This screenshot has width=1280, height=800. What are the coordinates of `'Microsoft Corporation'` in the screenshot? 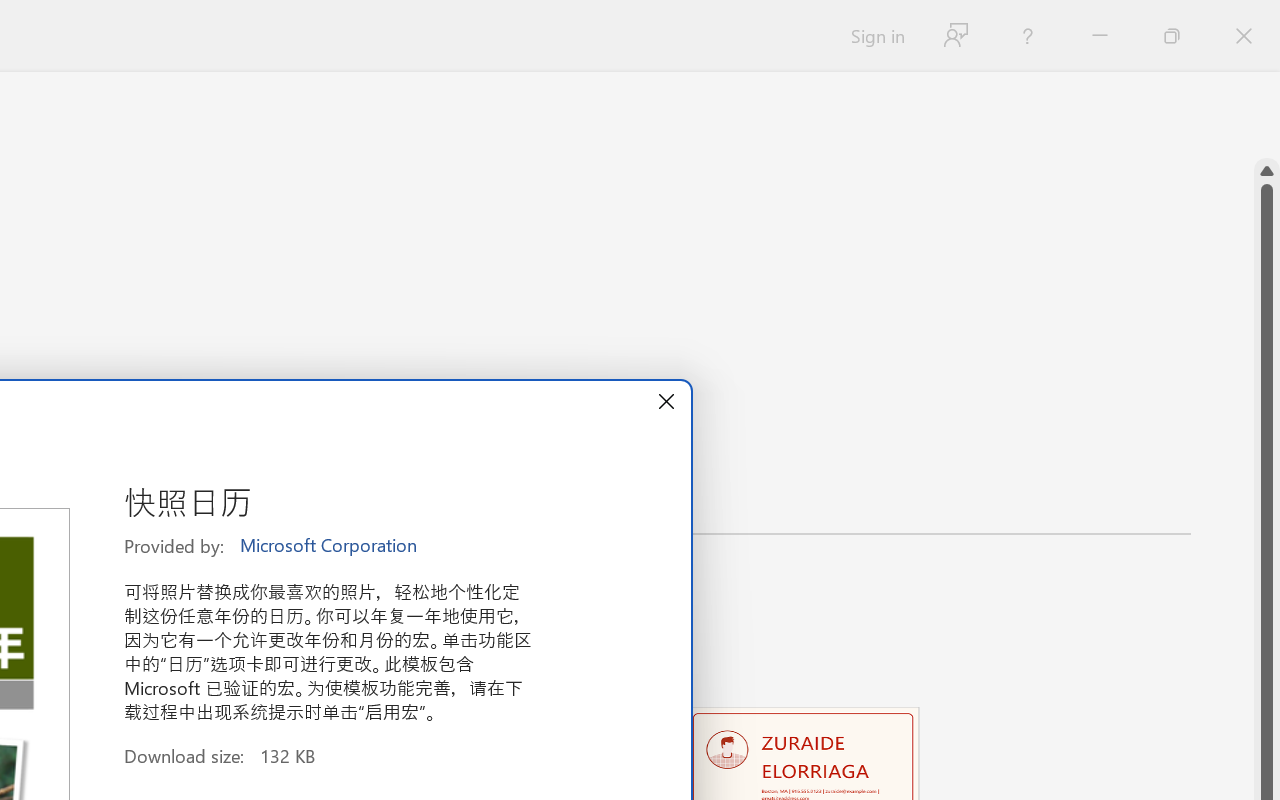 It's located at (330, 546).